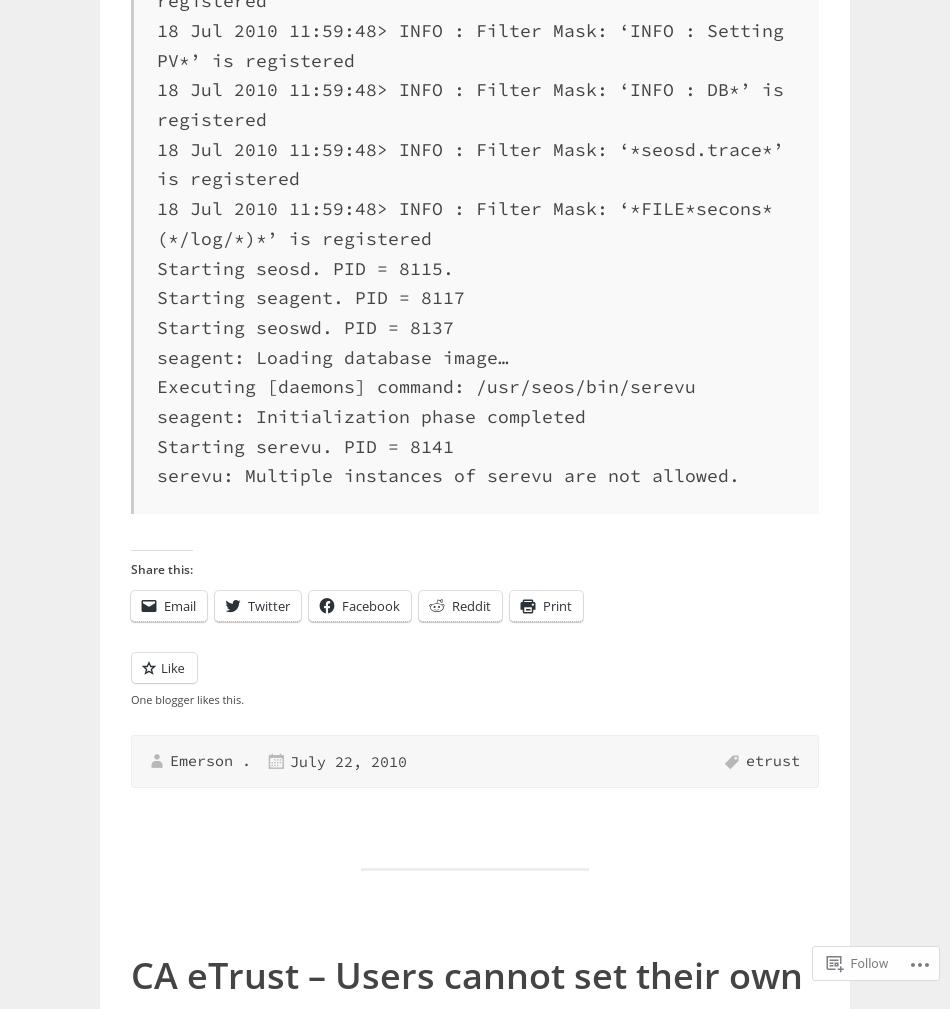 This screenshot has width=950, height=1009. Describe the element at coordinates (470, 604) in the screenshot. I see `'Reddit'` at that location.